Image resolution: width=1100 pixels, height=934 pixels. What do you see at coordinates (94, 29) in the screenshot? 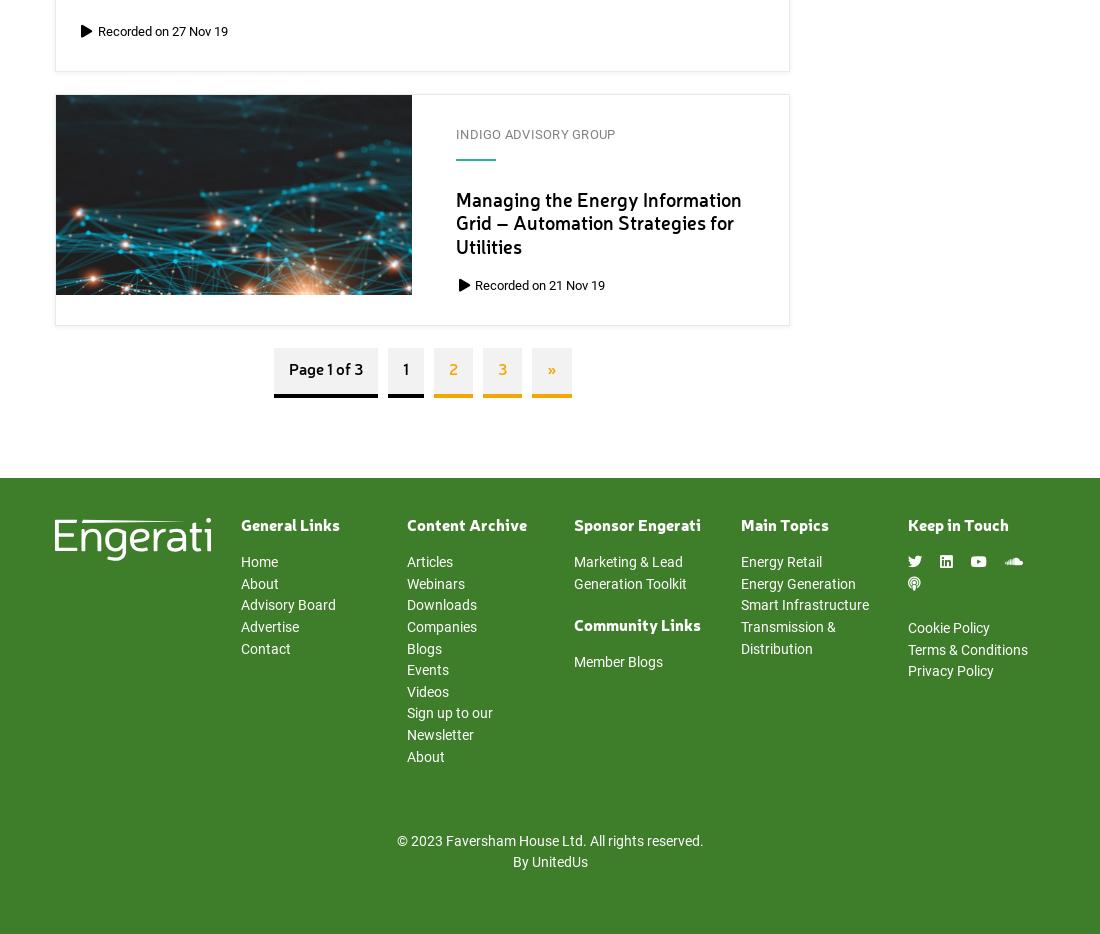
I see `'Recorded on 27 Nov 19'` at bounding box center [94, 29].